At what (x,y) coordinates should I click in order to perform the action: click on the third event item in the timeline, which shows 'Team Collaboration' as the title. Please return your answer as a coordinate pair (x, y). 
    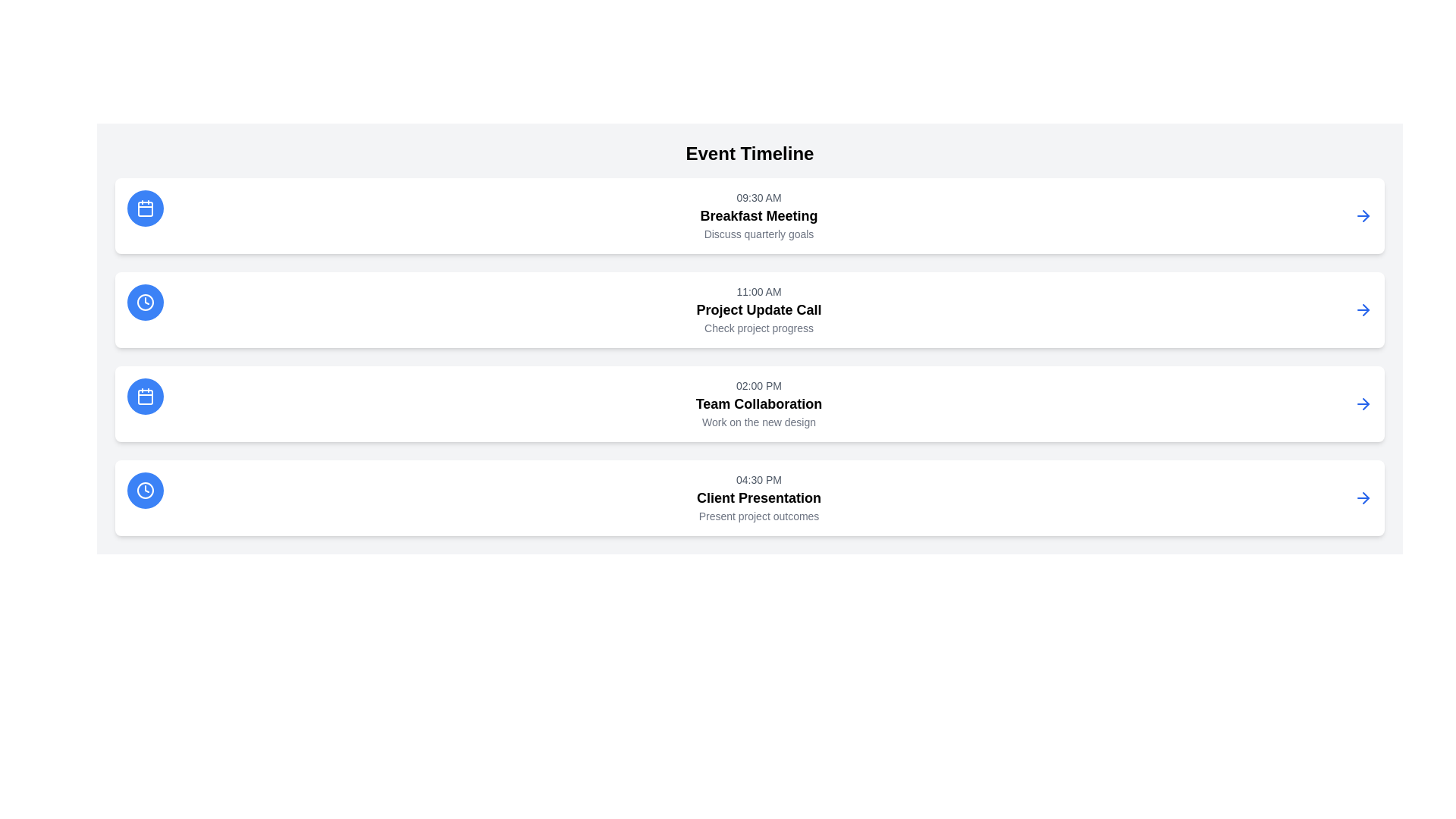
    Looking at the image, I should click on (759, 403).